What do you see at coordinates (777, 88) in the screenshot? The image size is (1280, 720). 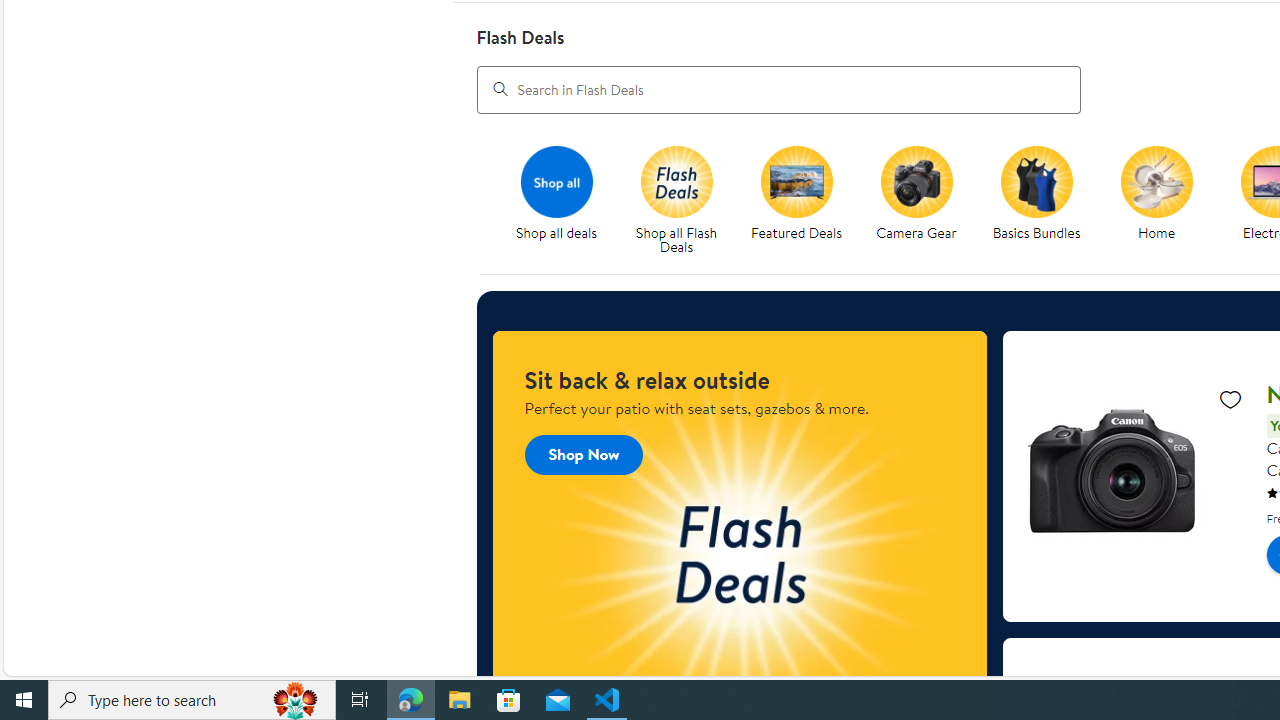 I see `'Search in Flash Deals'` at bounding box center [777, 88].